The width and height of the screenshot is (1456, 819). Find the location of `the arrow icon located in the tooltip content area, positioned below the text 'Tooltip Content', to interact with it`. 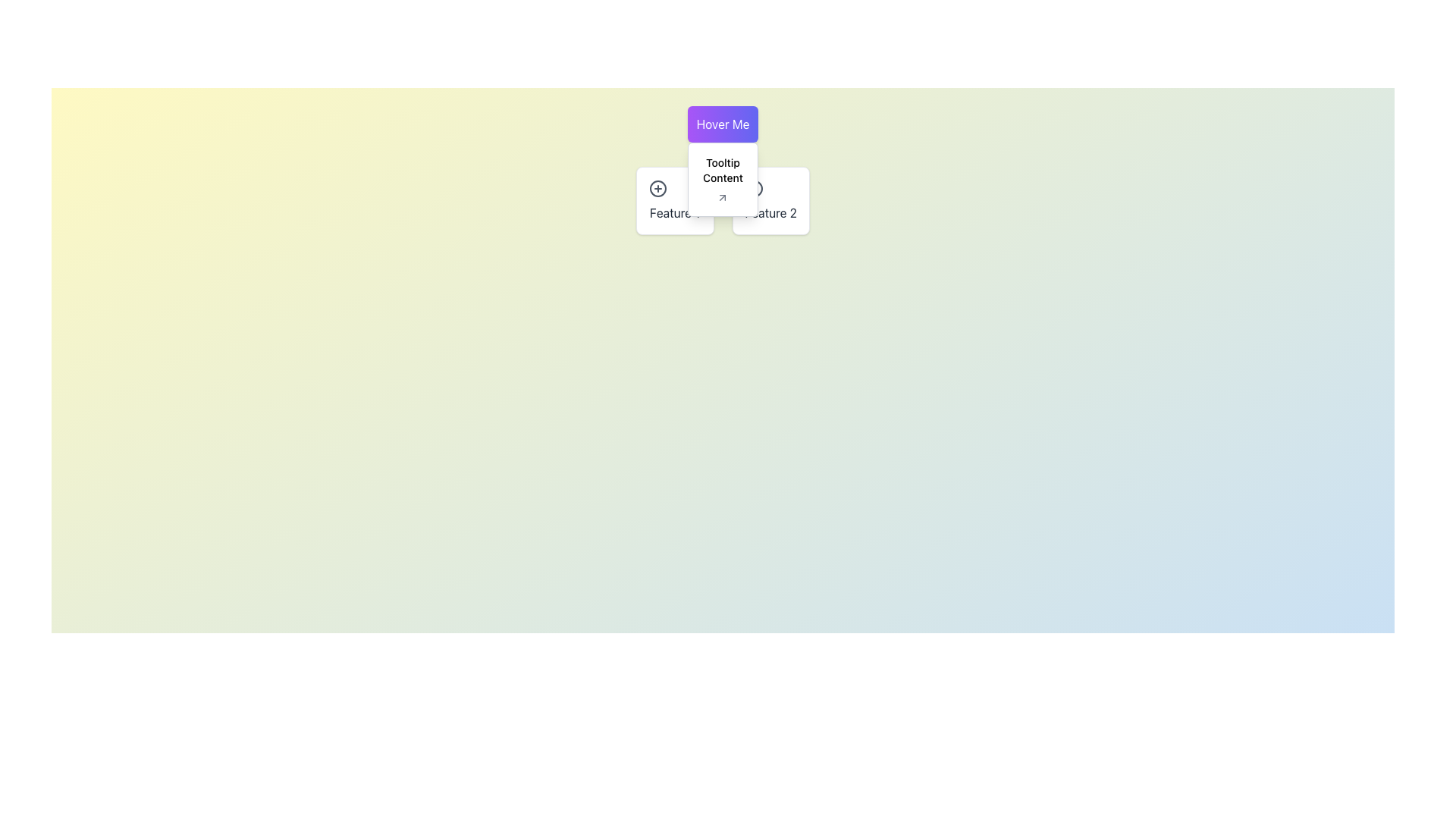

the arrow icon located in the tooltip content area, positioned below the text 'Tooltip Content', to interact with it is located at coordinates (722, 197).